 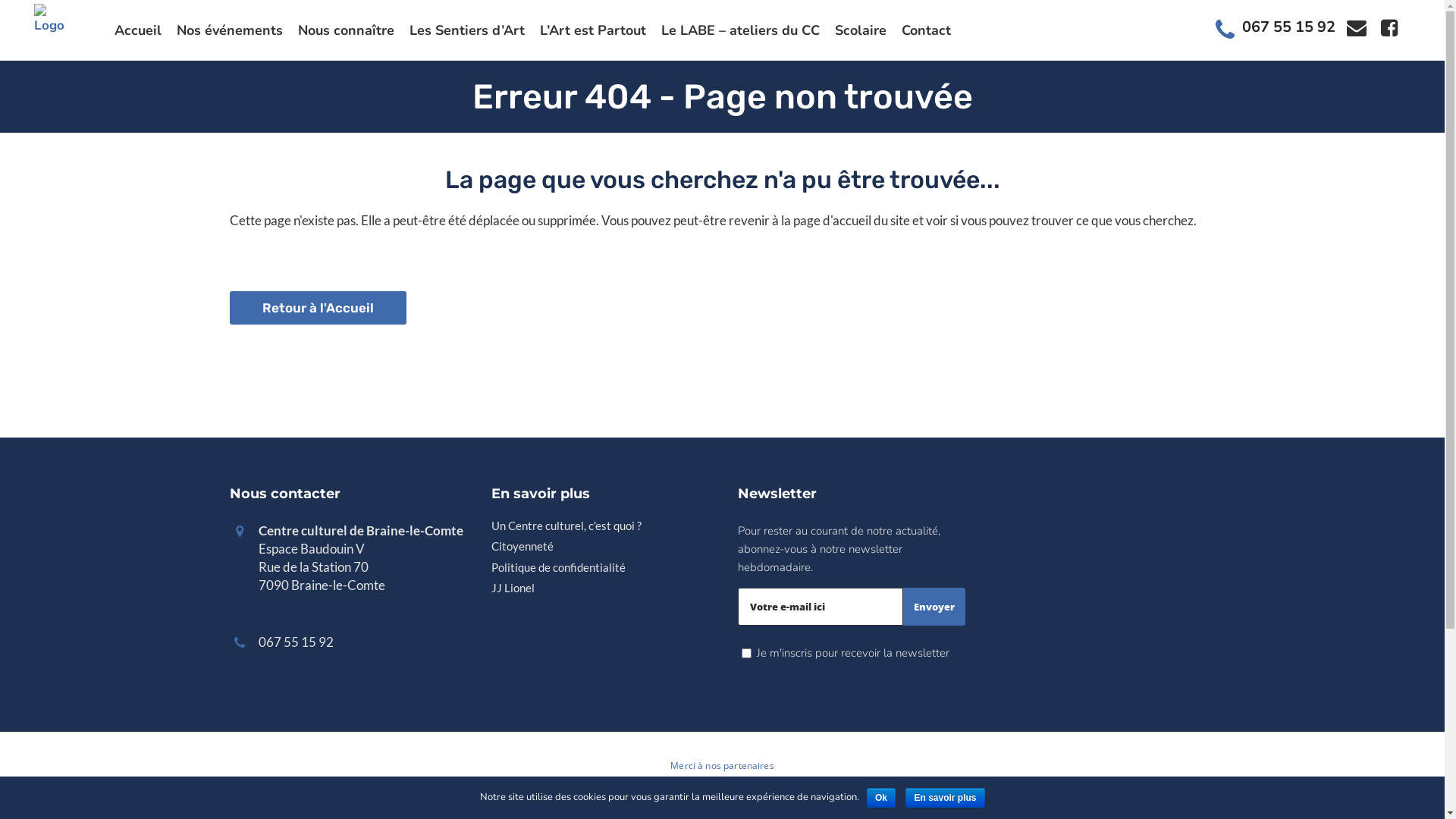 What do you see at coordinates (925, 30) in the screenshot?
I see `'Contact'` at bounding box center [925, 30].